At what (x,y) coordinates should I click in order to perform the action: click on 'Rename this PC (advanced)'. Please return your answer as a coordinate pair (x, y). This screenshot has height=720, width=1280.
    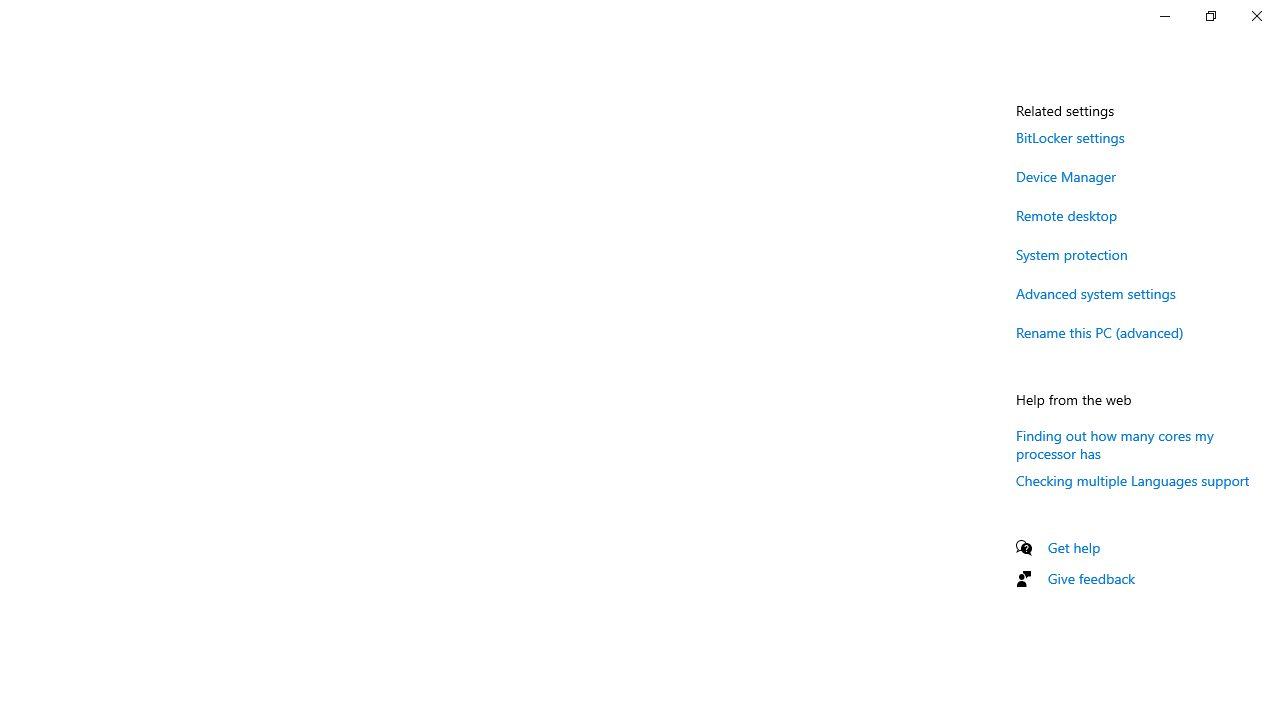
    Looking at the image, I should click on (1099, 331).